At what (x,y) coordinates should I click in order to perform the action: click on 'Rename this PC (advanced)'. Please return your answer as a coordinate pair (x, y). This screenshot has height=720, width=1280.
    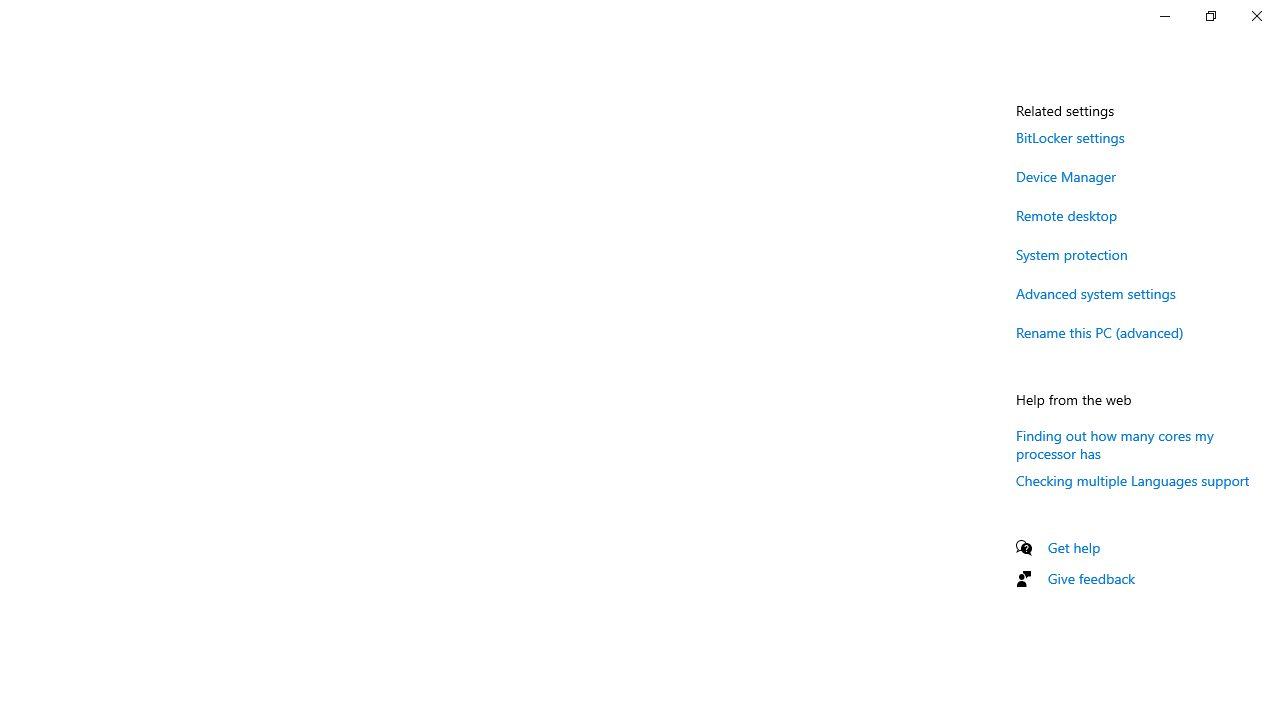
    Looking at the image, I should click on (1099, 331).